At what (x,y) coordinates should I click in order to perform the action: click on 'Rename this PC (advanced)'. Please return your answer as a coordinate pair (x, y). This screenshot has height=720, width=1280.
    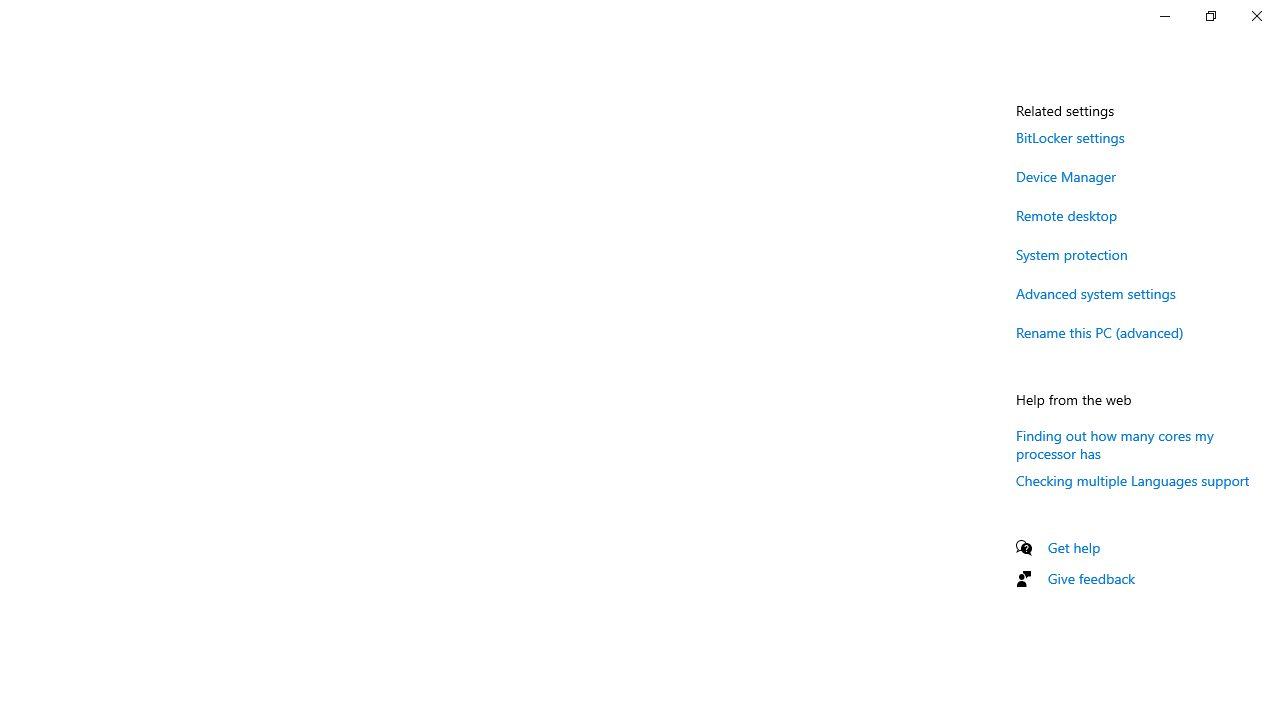
    Looking at the image, I should click on (1099, 331).